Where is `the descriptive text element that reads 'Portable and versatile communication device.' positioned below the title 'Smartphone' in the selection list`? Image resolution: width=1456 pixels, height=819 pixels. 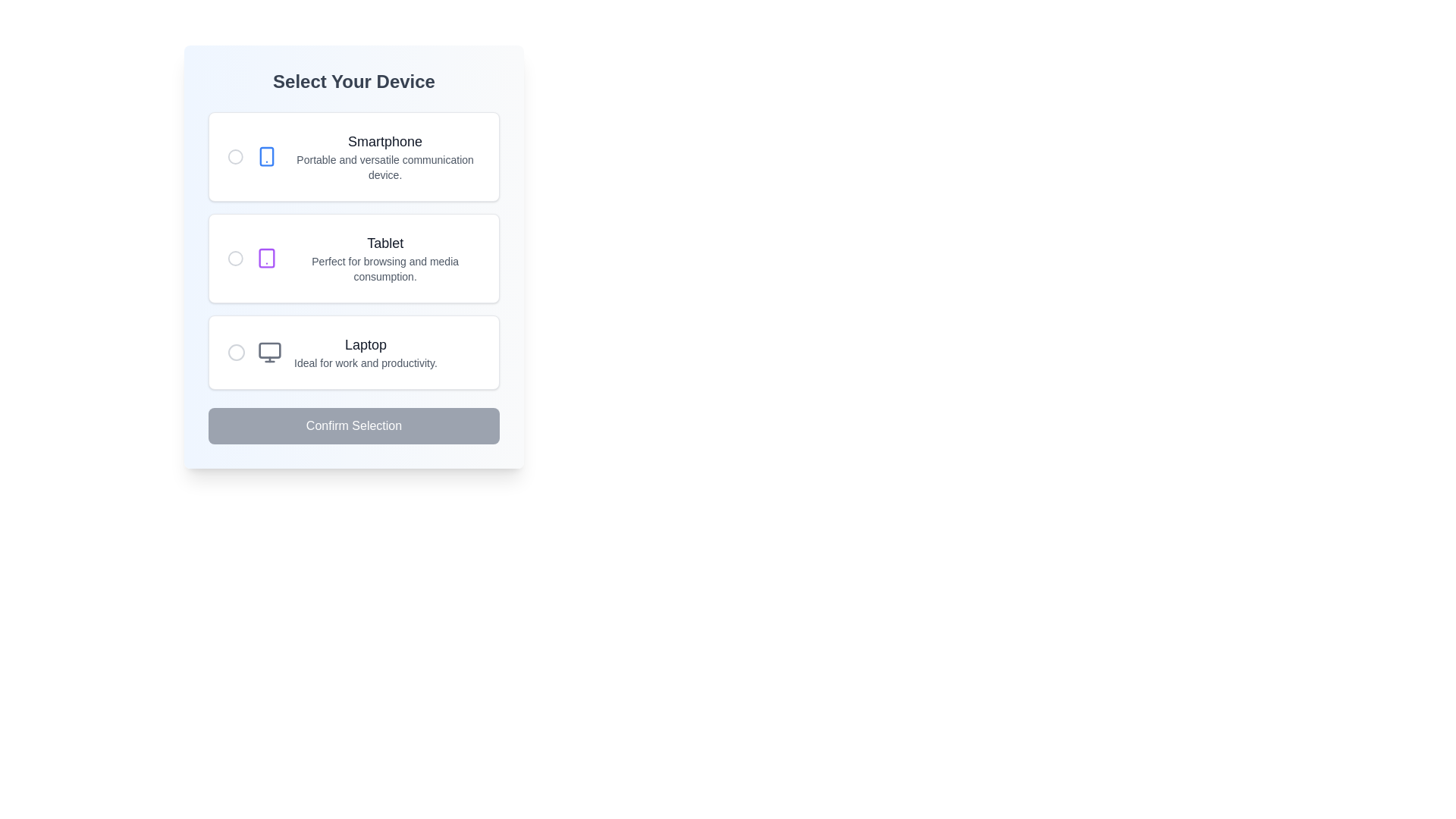
the descriptive text element that reads 'Portable and versatile communication device.' positioned below the title 'Smartphone' in the selection list is located at coordinates (385, 167).